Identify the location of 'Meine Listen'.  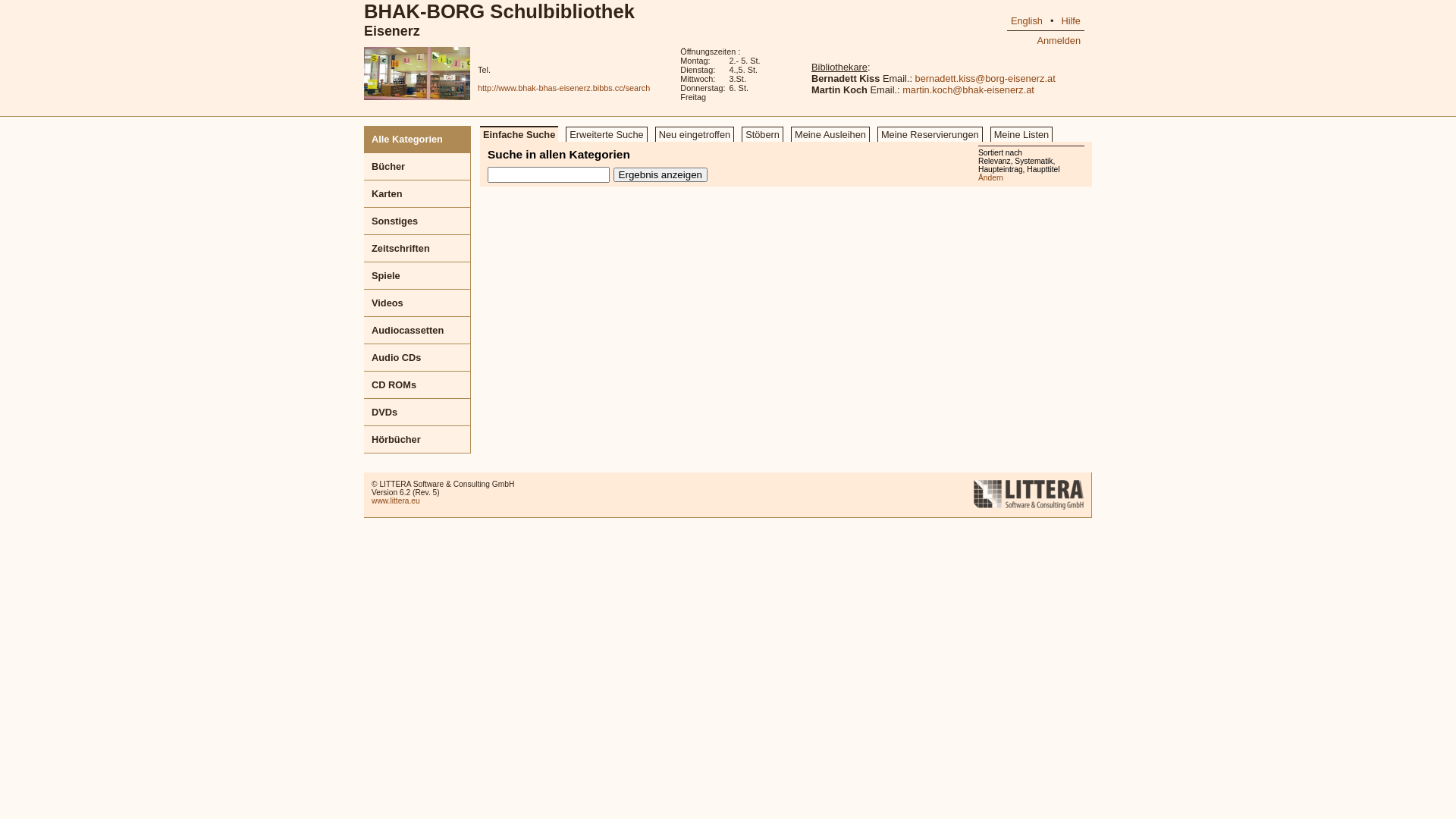
(1021, 133).